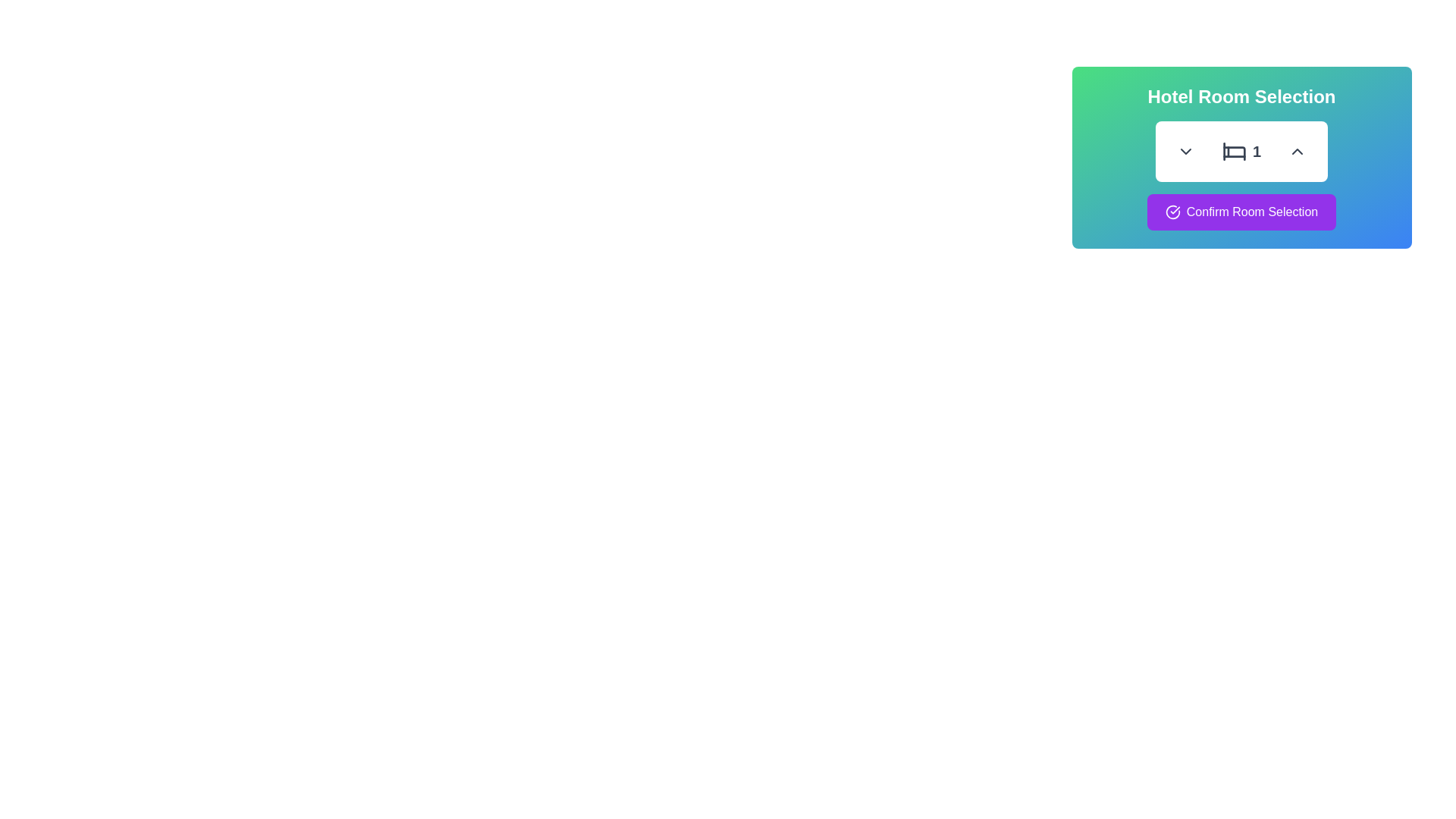  I want to click on the button with a chevron-down icon that decreases a numerical value by, so click(1185, 152).